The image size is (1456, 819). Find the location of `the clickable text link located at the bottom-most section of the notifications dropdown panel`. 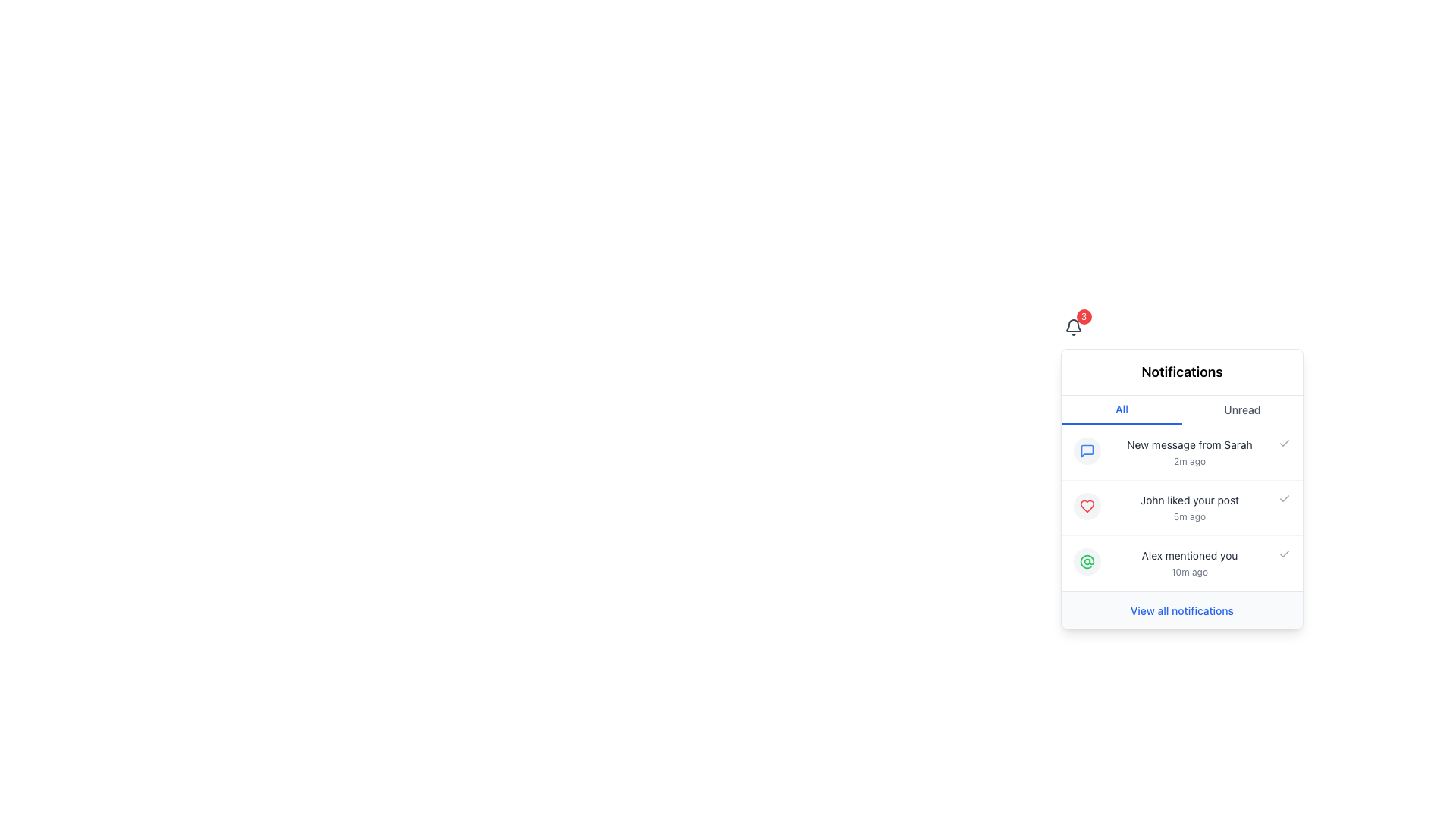

the clickable text link located at the bottom-most section of the notifications dropdown panel is located at coordinates (1181, 608).